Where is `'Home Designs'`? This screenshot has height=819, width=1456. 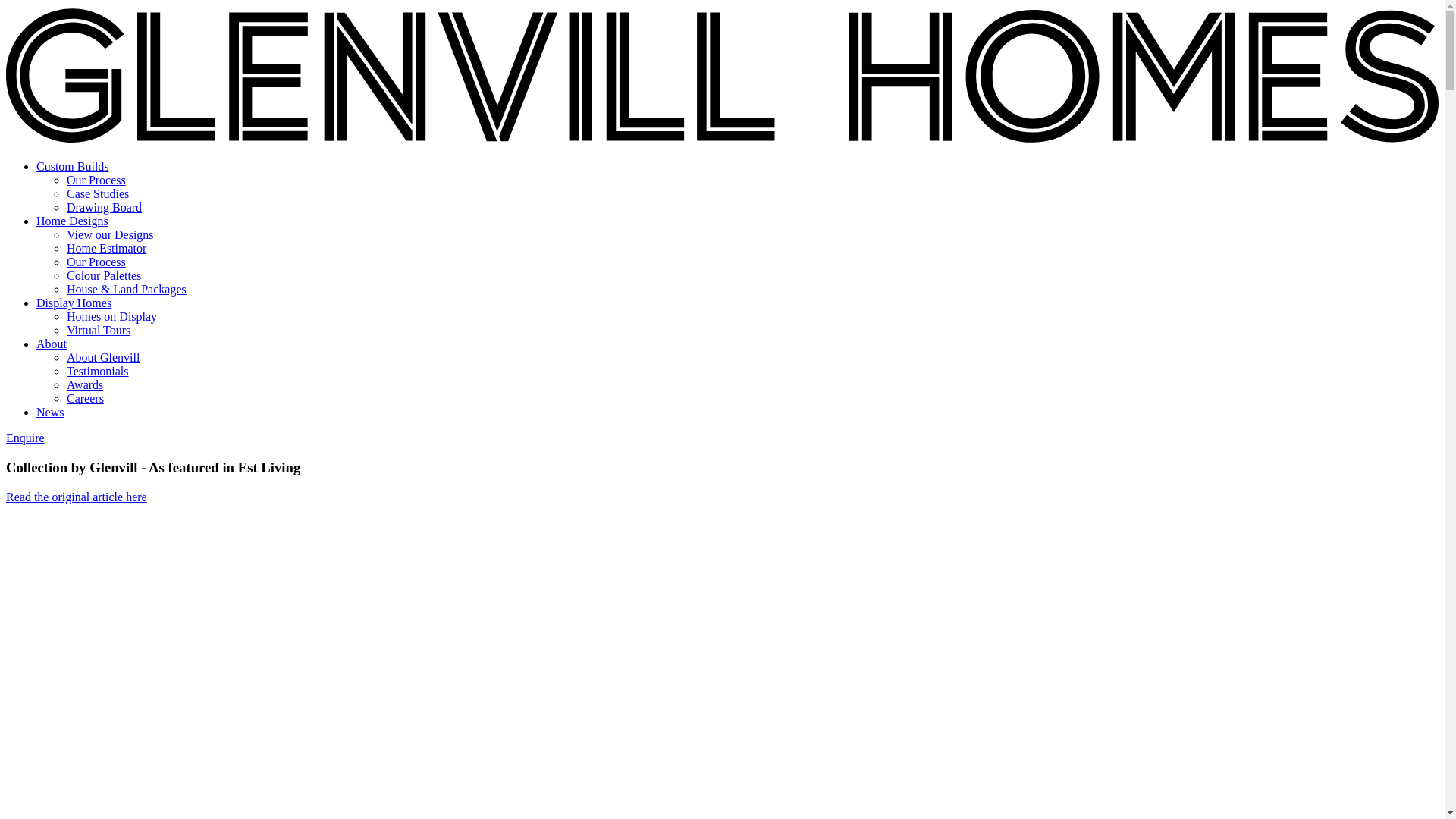 'Home Designs' is located at coordinates (71, 221).